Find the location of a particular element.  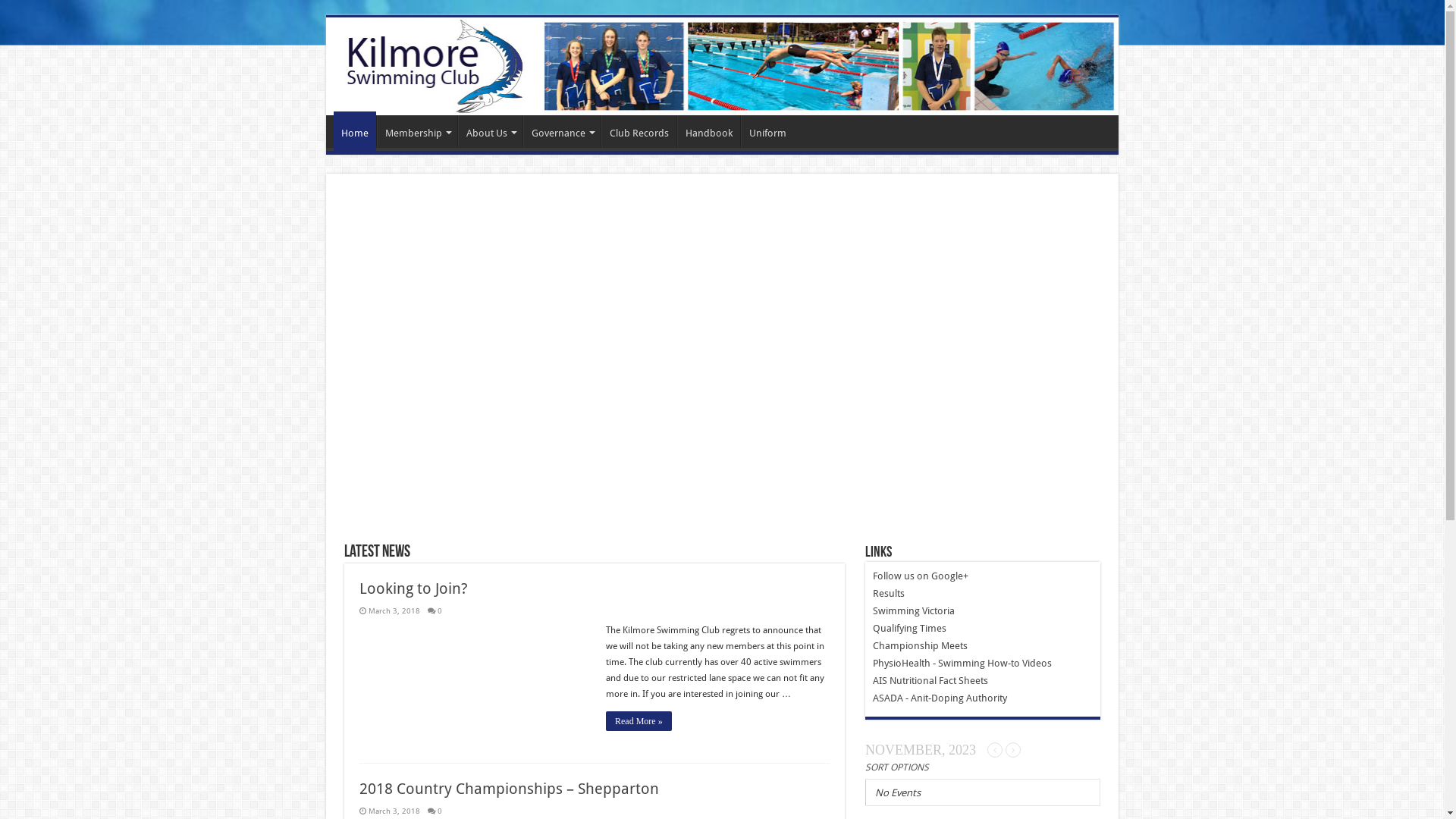

'0' is located at coordinates (439, 608).